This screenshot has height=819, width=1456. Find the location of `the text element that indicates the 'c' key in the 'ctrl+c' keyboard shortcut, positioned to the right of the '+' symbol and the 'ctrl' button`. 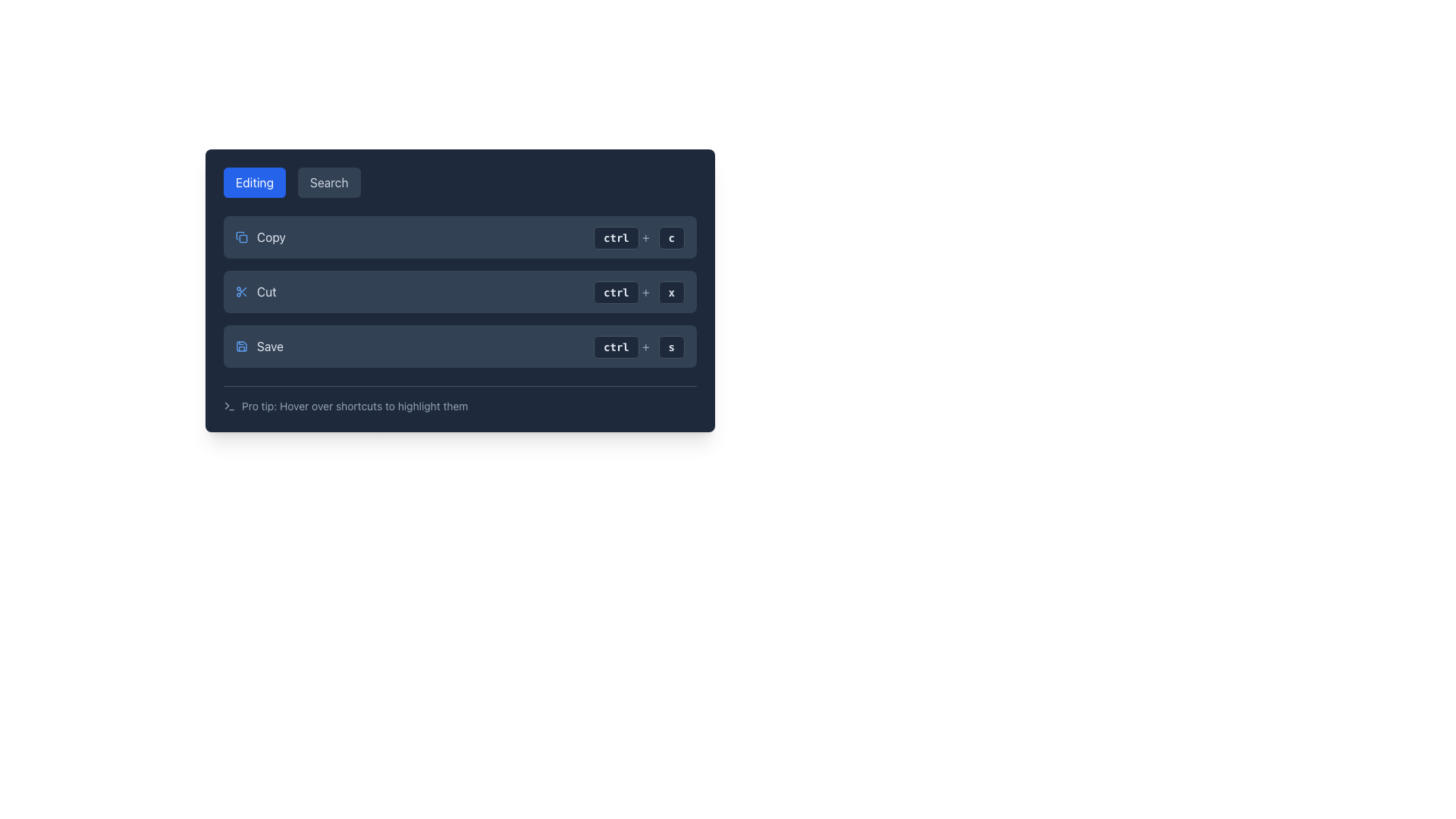

the text element that indicates the 'c' key in the 'ctrl+c' keyboard shortcut, positioned to the right of the '+' symbol and the 'ctrl' button is located at coordinates (670, 237).